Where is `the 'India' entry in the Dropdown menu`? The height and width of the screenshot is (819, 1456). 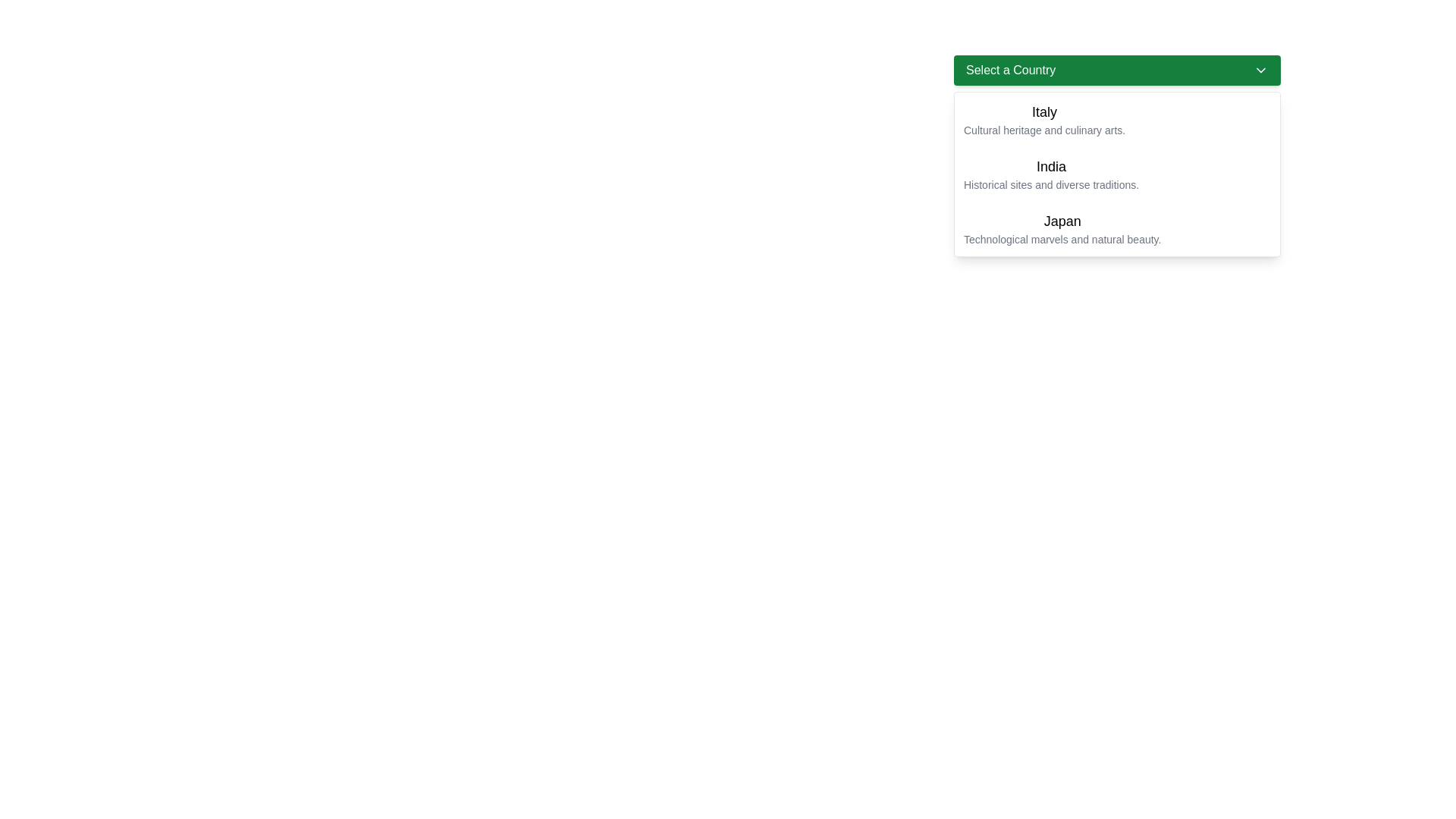
the 'India' entry in the Dropdown menu is located at coordinates (1117, 174).